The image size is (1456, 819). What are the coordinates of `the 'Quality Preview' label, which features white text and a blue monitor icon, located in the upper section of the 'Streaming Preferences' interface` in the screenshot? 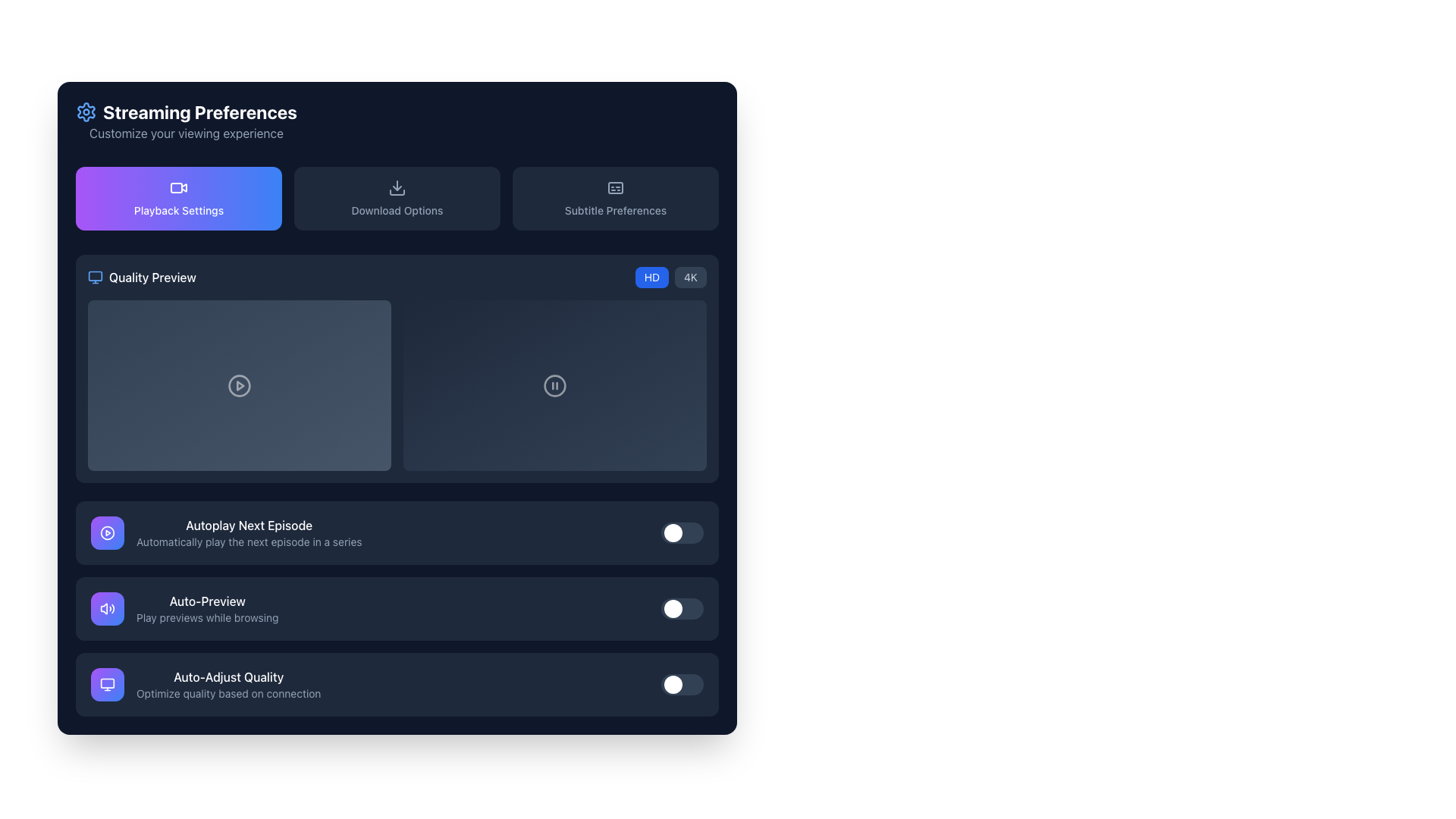 It's located at (142, 278).